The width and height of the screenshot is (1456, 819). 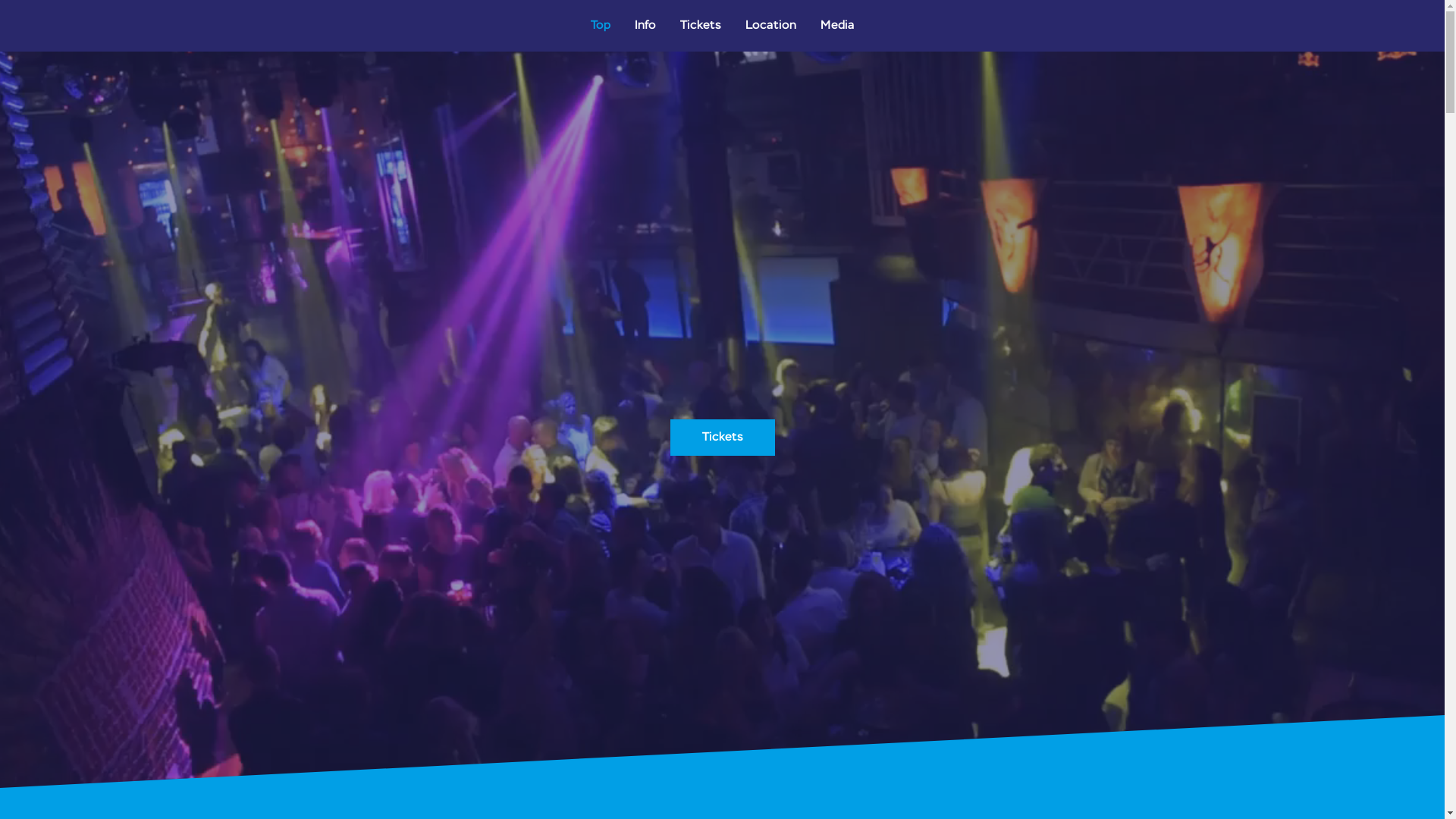 I want to click on 'Info', so click(x=644, y=26).